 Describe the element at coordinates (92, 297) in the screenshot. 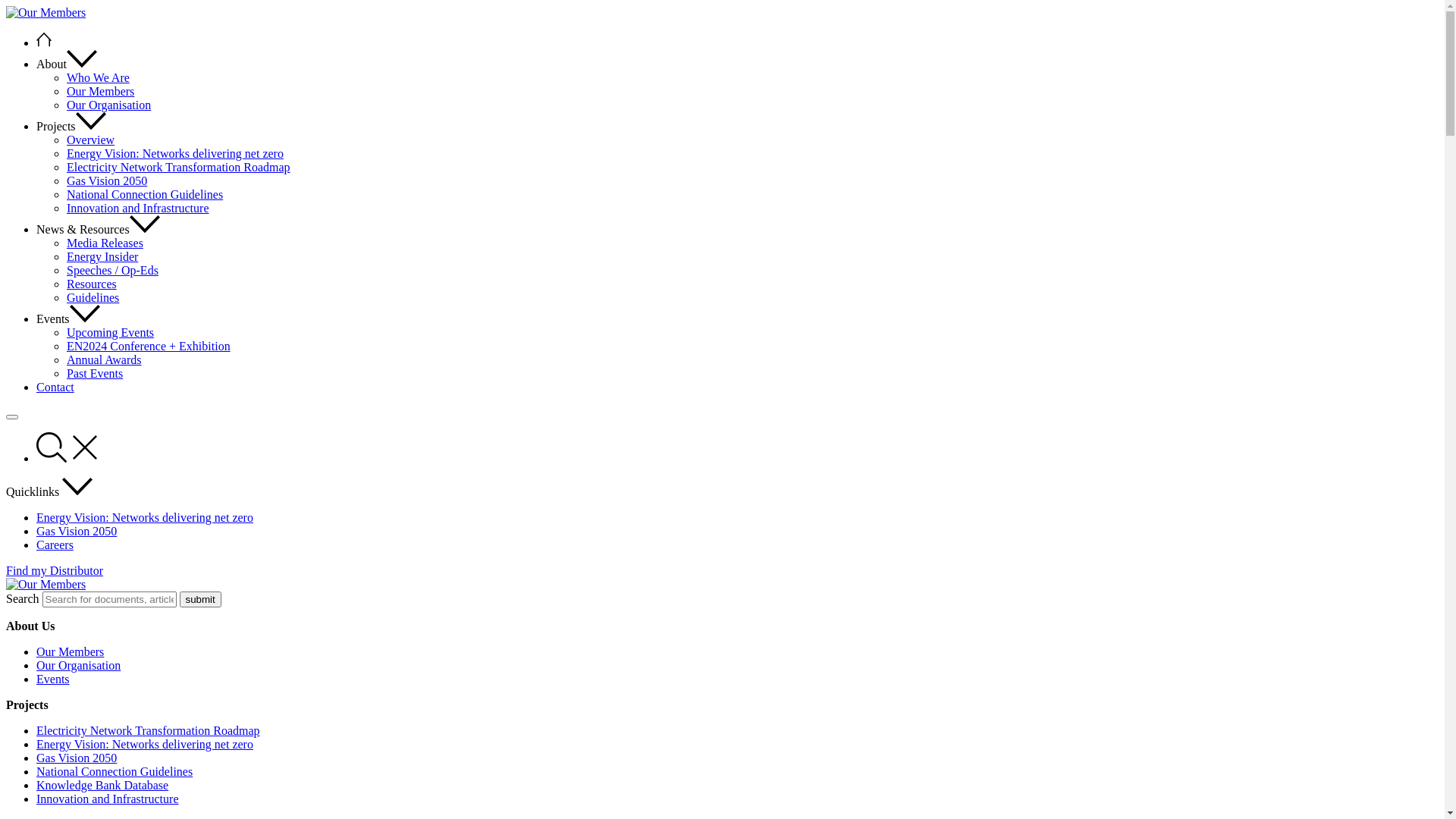

I see `'Guidelines'` at that location.